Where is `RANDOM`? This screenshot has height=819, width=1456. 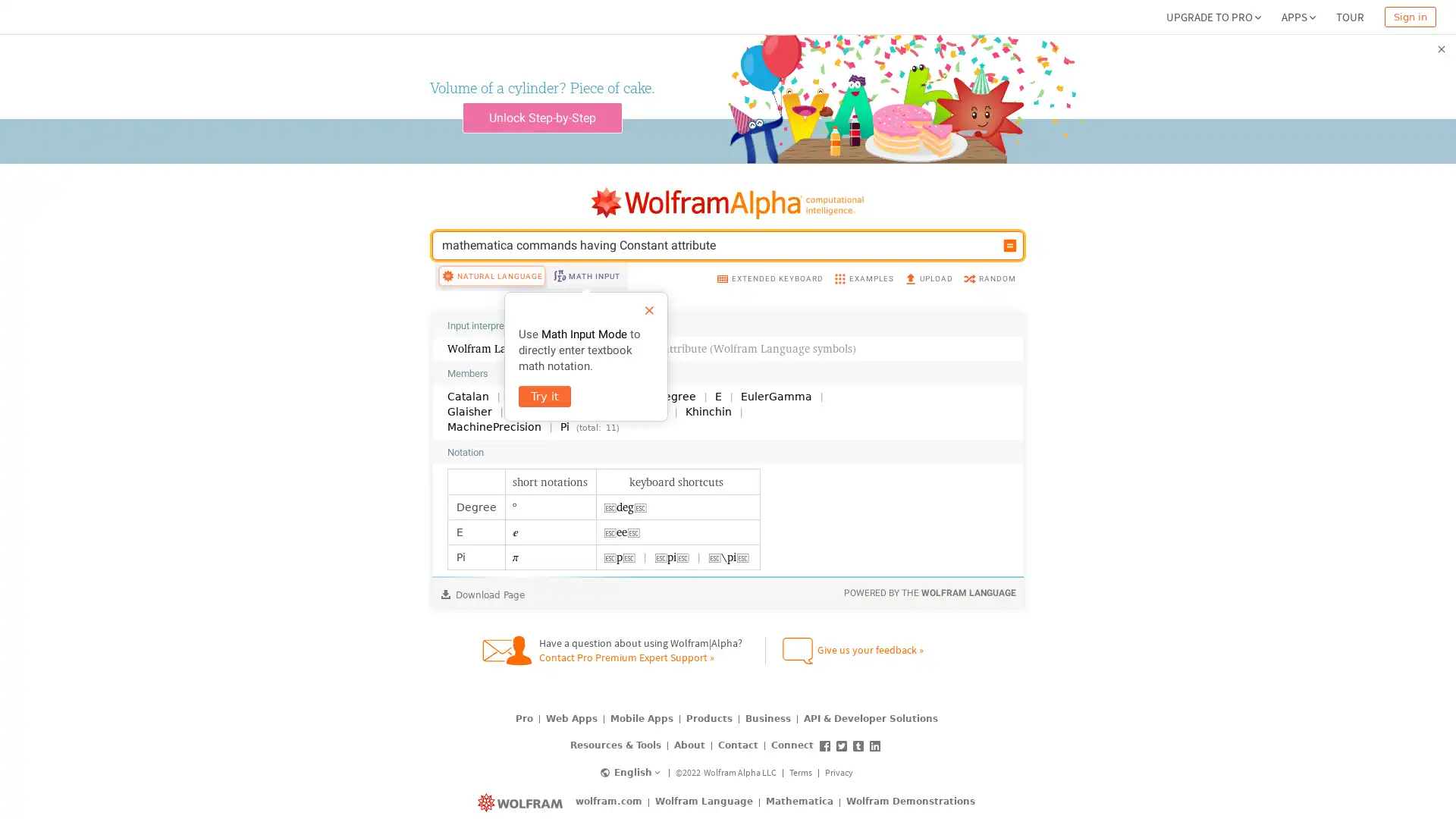 RANDOM is located at coordinates (989, 307).